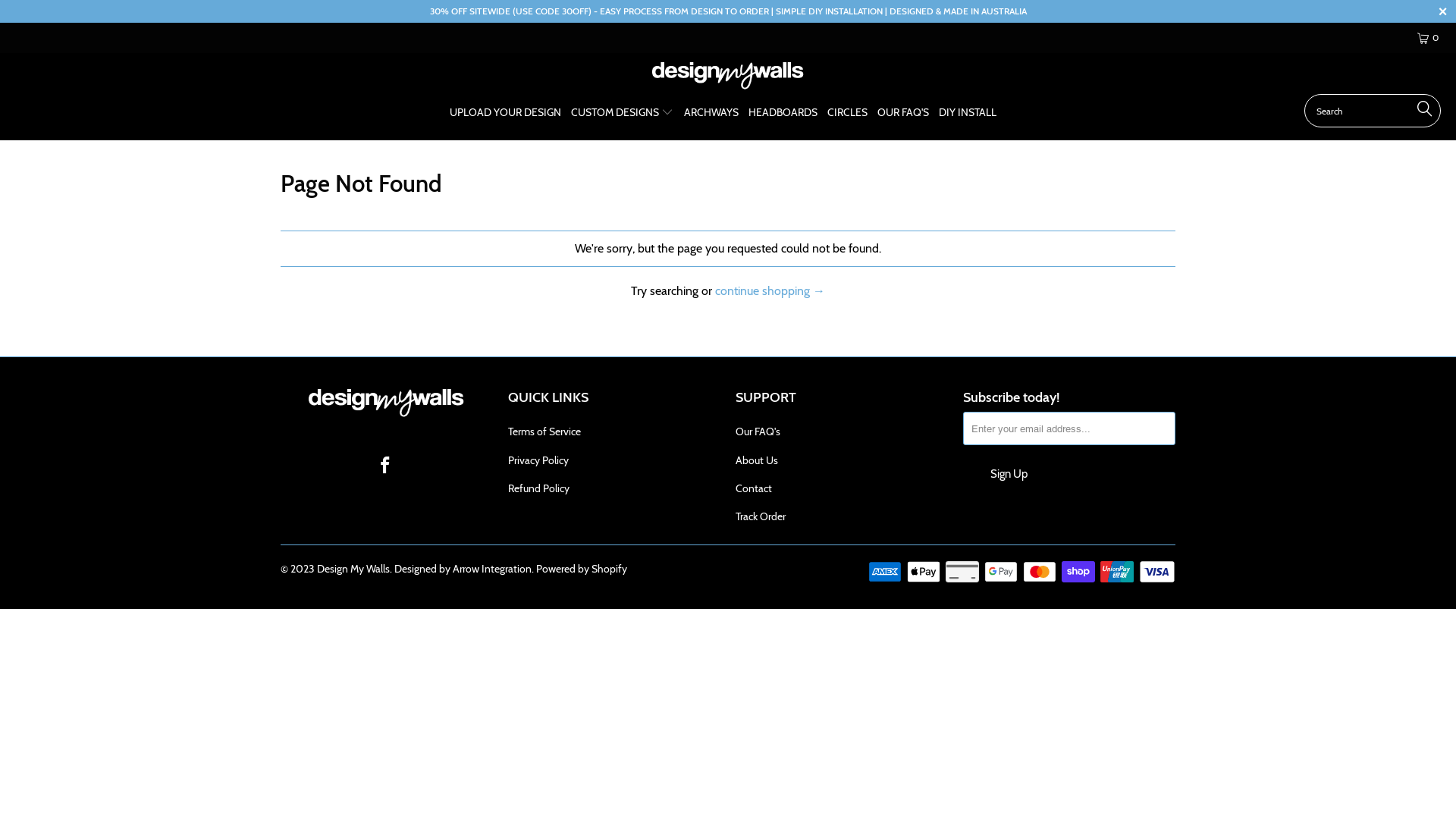  I want to click on 'Contact', so click(735, 488).